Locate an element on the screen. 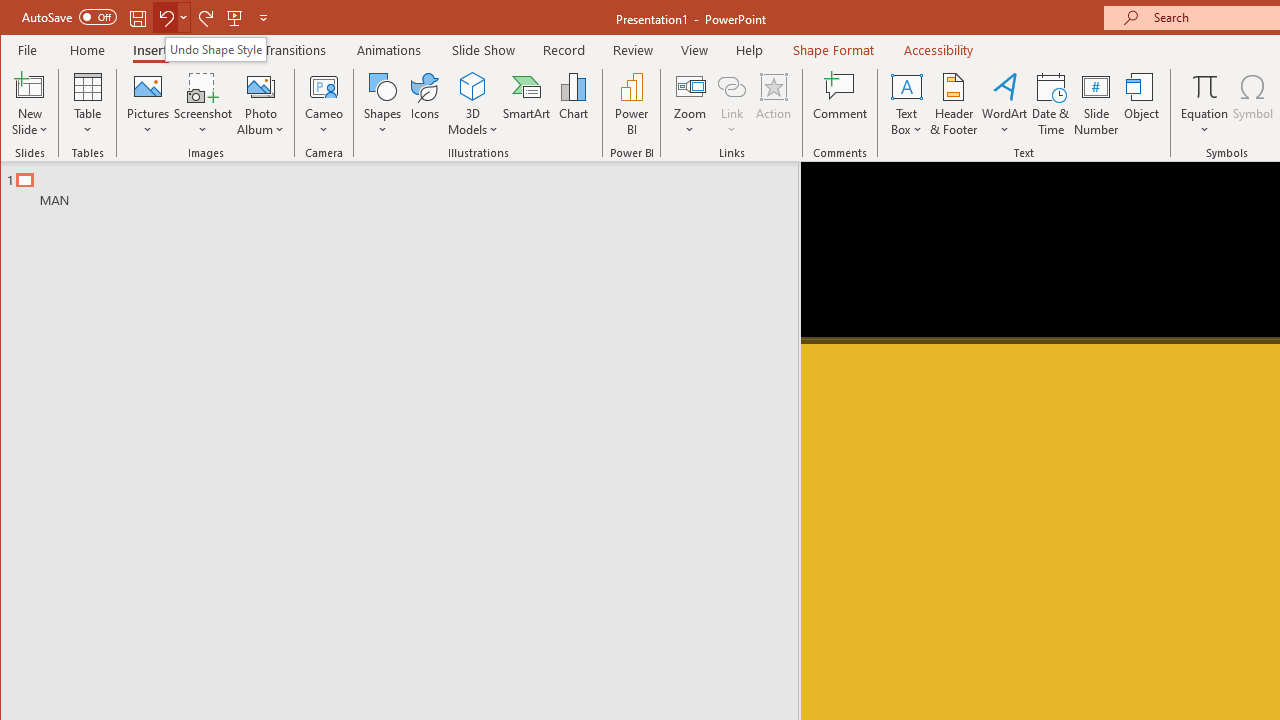 Image resolution: width=1280 pixels, height=720 pixels. 'Review' is located at coordinates (631, 49).